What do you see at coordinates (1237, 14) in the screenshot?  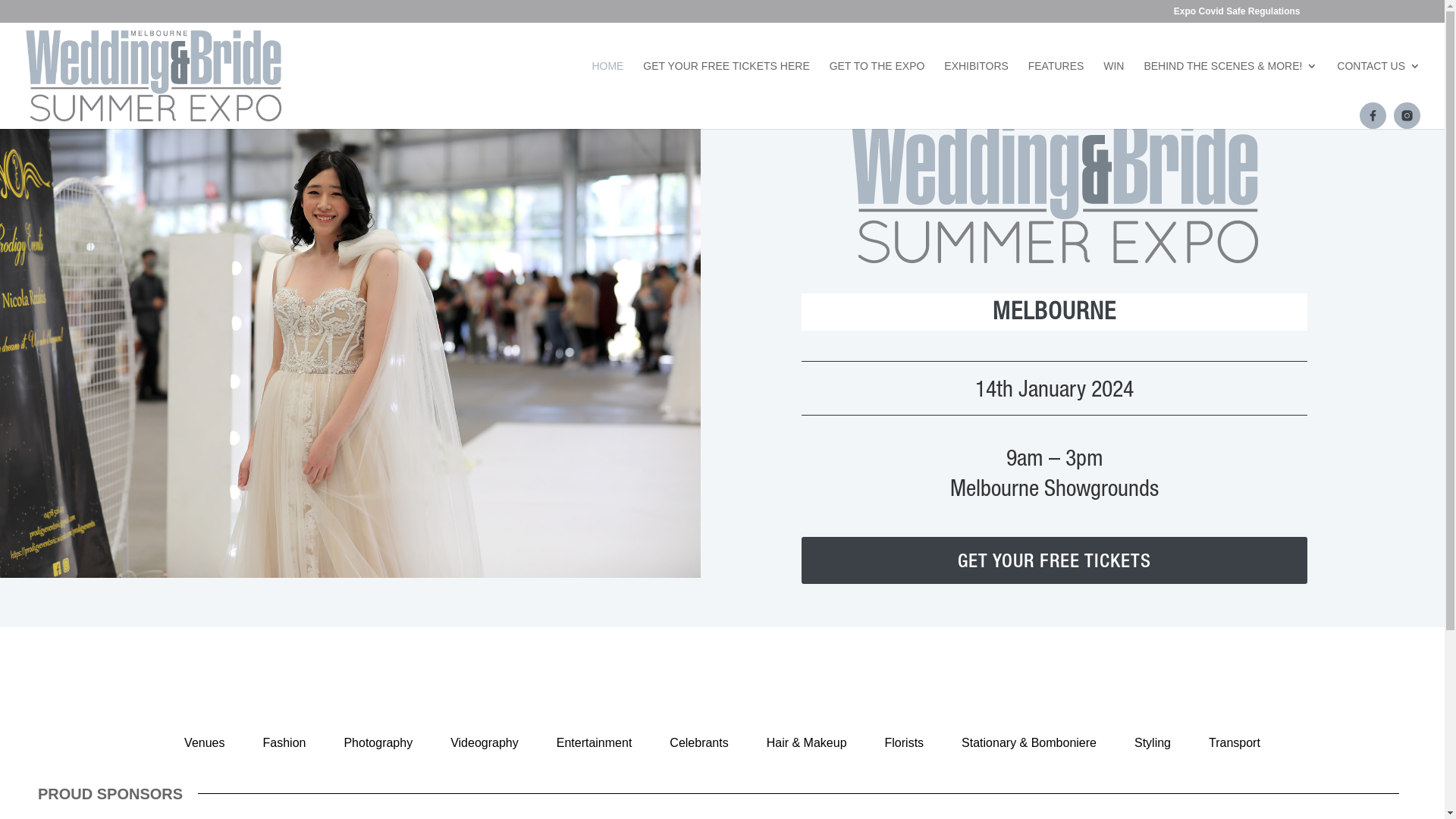 I see `'Expo Covid Safe Regulations'` at bounding box center [1237, 14].